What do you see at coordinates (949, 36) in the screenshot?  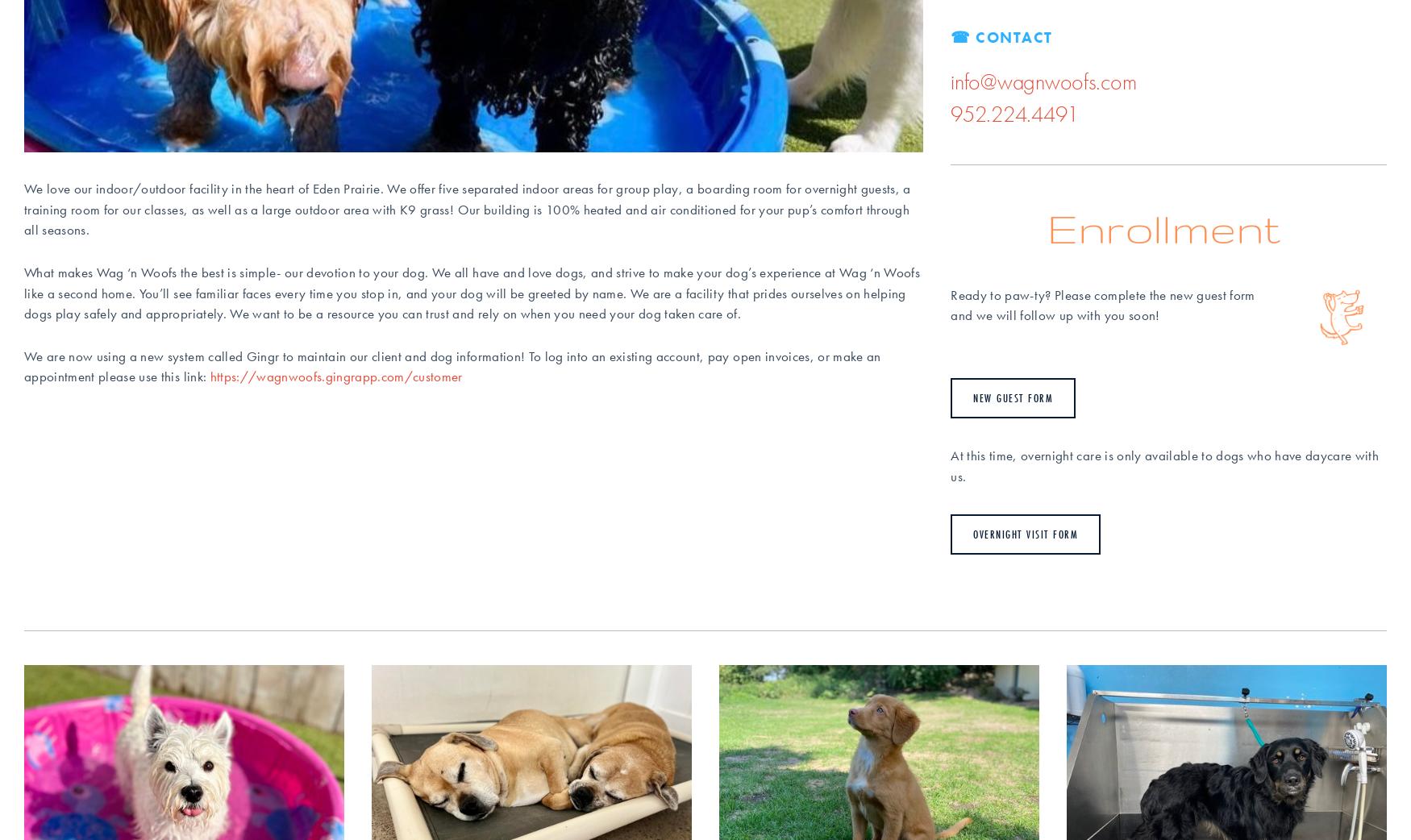 I see `'☎ Contact'` at bounding box center [949, 36].